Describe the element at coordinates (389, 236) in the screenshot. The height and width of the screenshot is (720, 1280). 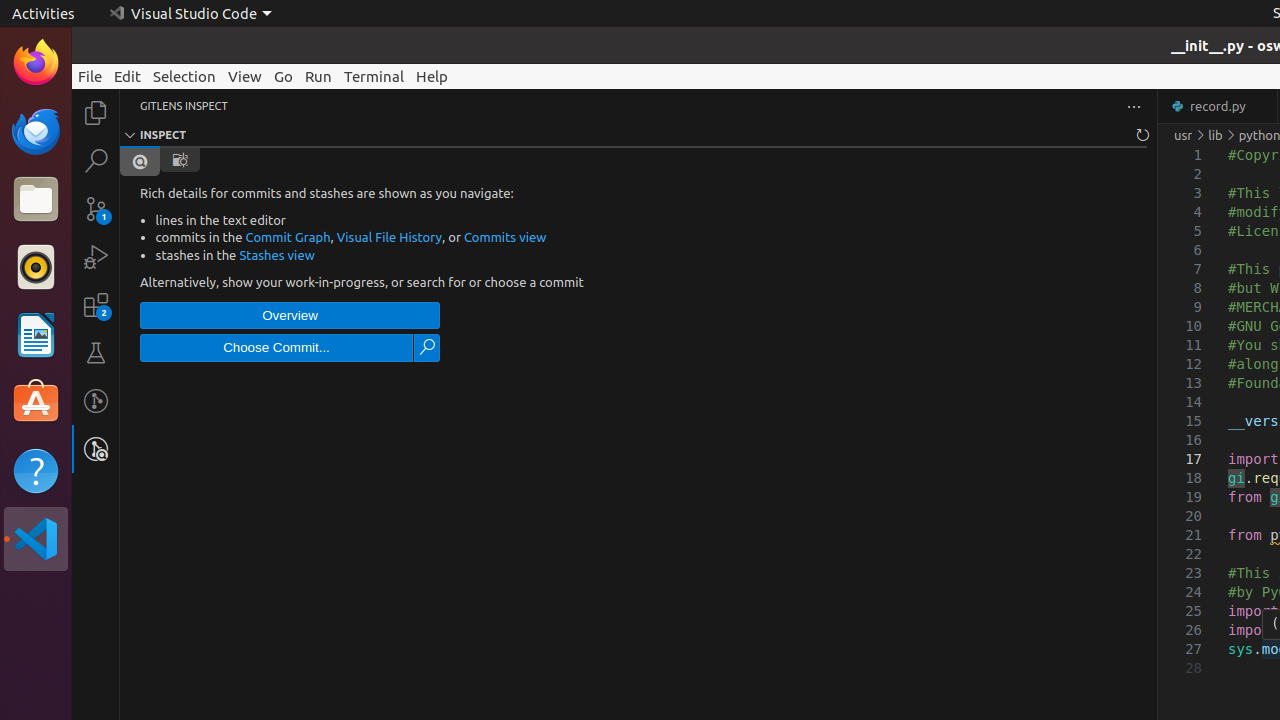
I see `'Visual File History'` at that location.